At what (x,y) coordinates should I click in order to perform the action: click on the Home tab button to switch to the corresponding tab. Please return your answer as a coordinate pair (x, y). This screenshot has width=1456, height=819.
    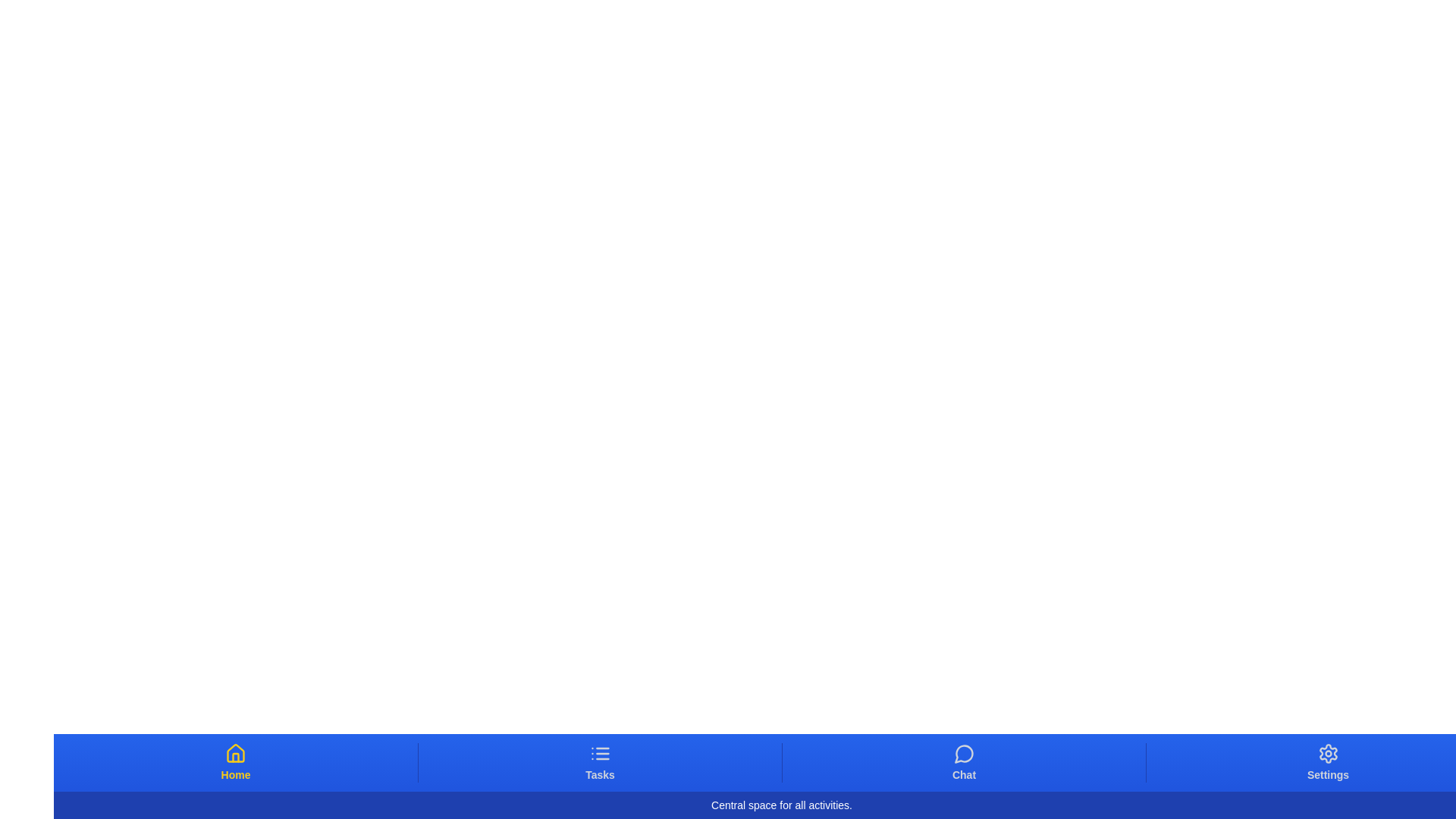
    Looking at the image, I should click on (235, 763).